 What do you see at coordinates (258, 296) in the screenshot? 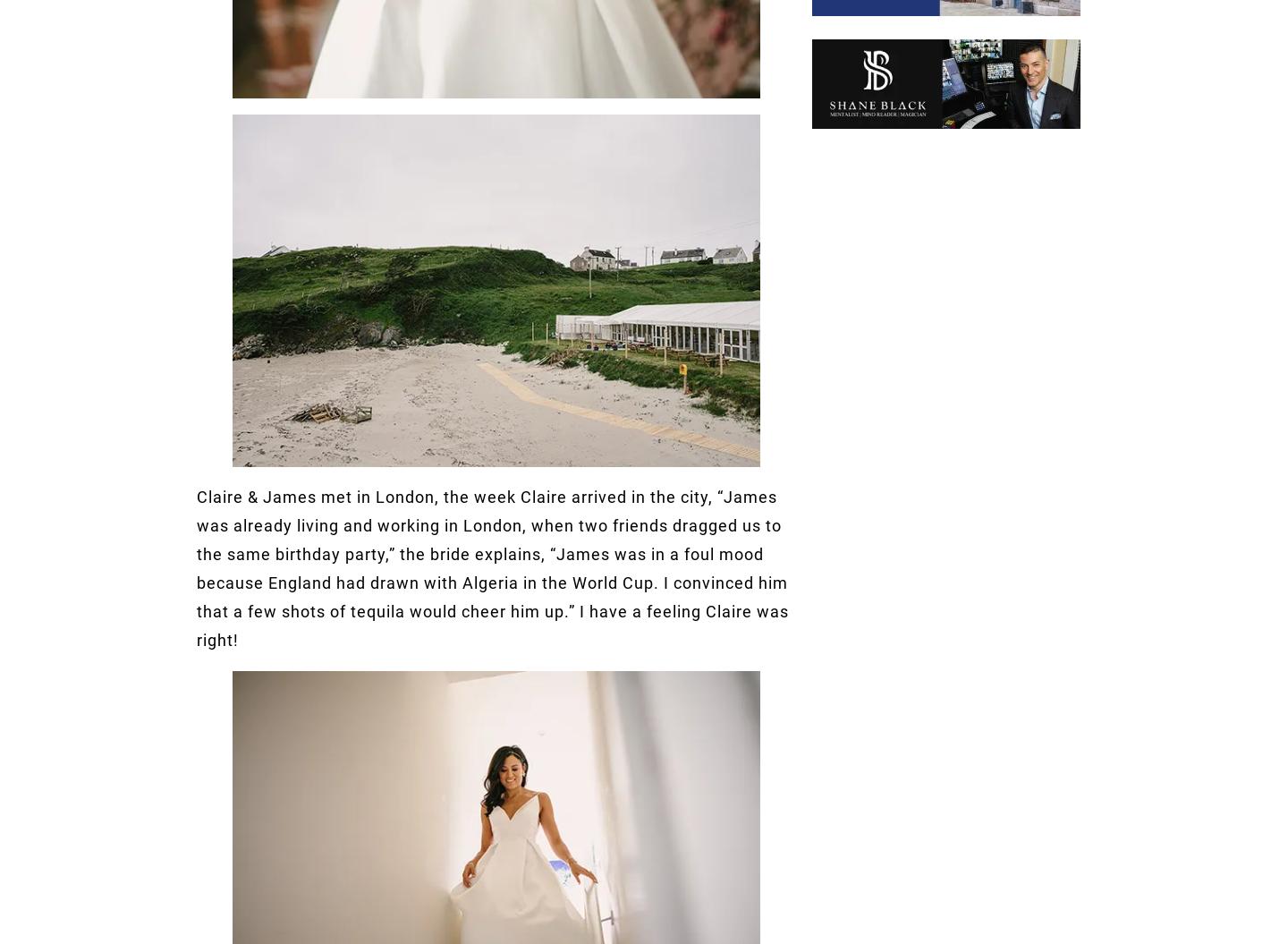
I see `'facebook fans'` at bounding box center [258, 296].